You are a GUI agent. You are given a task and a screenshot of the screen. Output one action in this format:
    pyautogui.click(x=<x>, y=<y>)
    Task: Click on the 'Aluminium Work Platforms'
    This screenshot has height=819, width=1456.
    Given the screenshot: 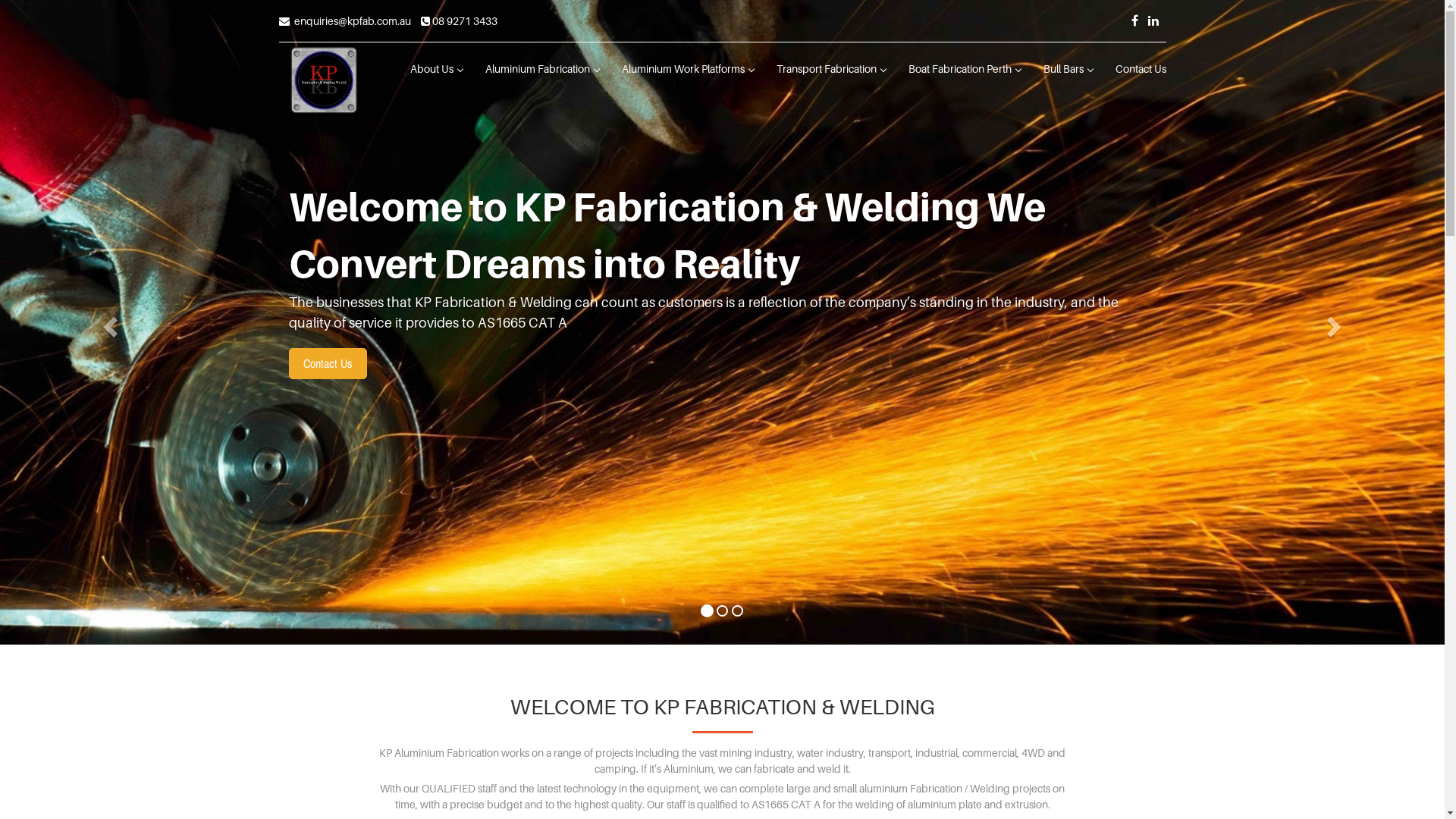 What is the action you would take?
    pyautogui.click(x=686, y=69)
    